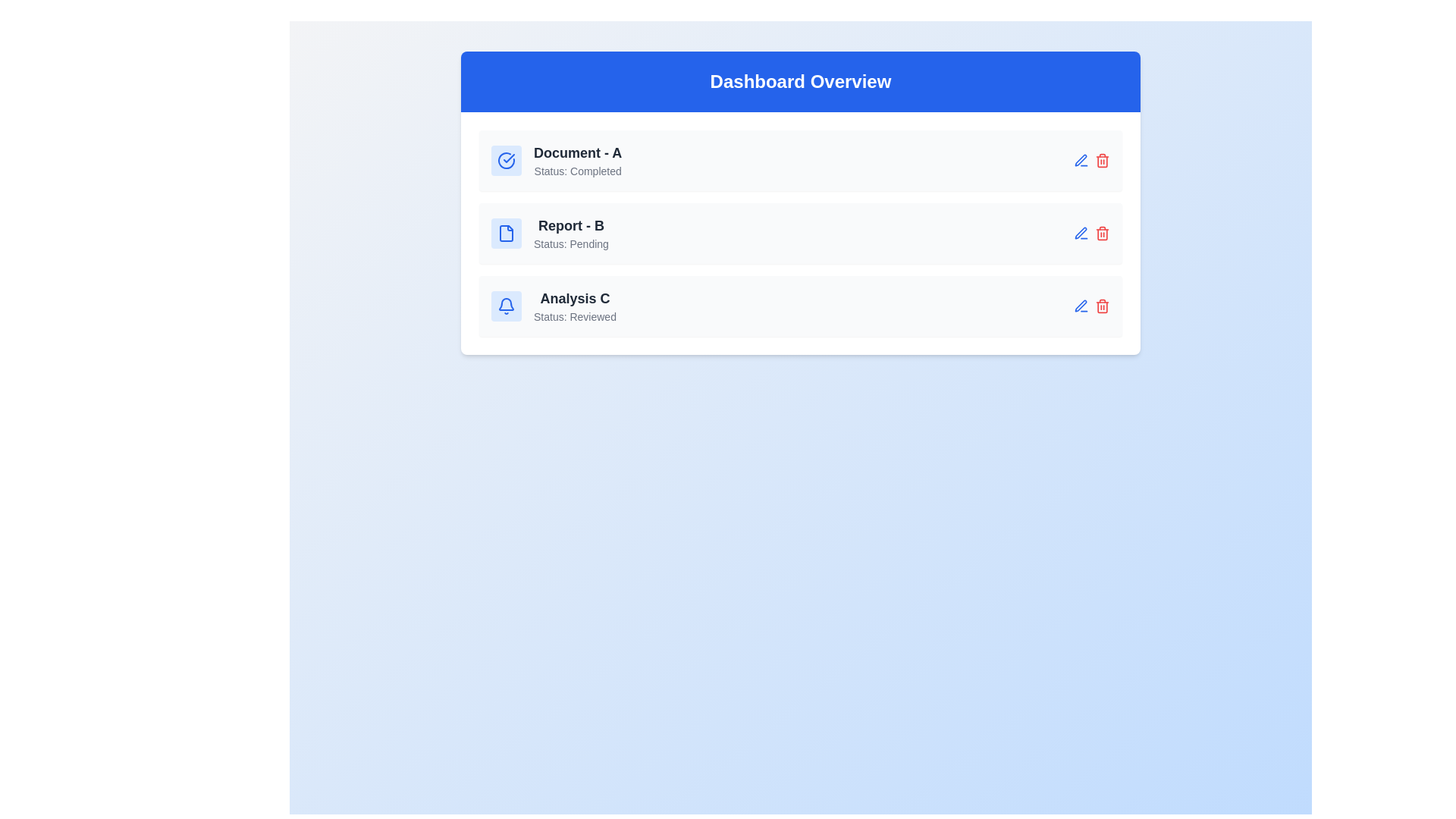 Image resolution: width=1456 pixels, height=819 pixels. I want to click on the text label indicating the status of 'Analysis C', which currently shows 'Reviewed' and is located directly below the title 'Analysis C' in the 'Dashboard Overview' section, so click(574, 315).